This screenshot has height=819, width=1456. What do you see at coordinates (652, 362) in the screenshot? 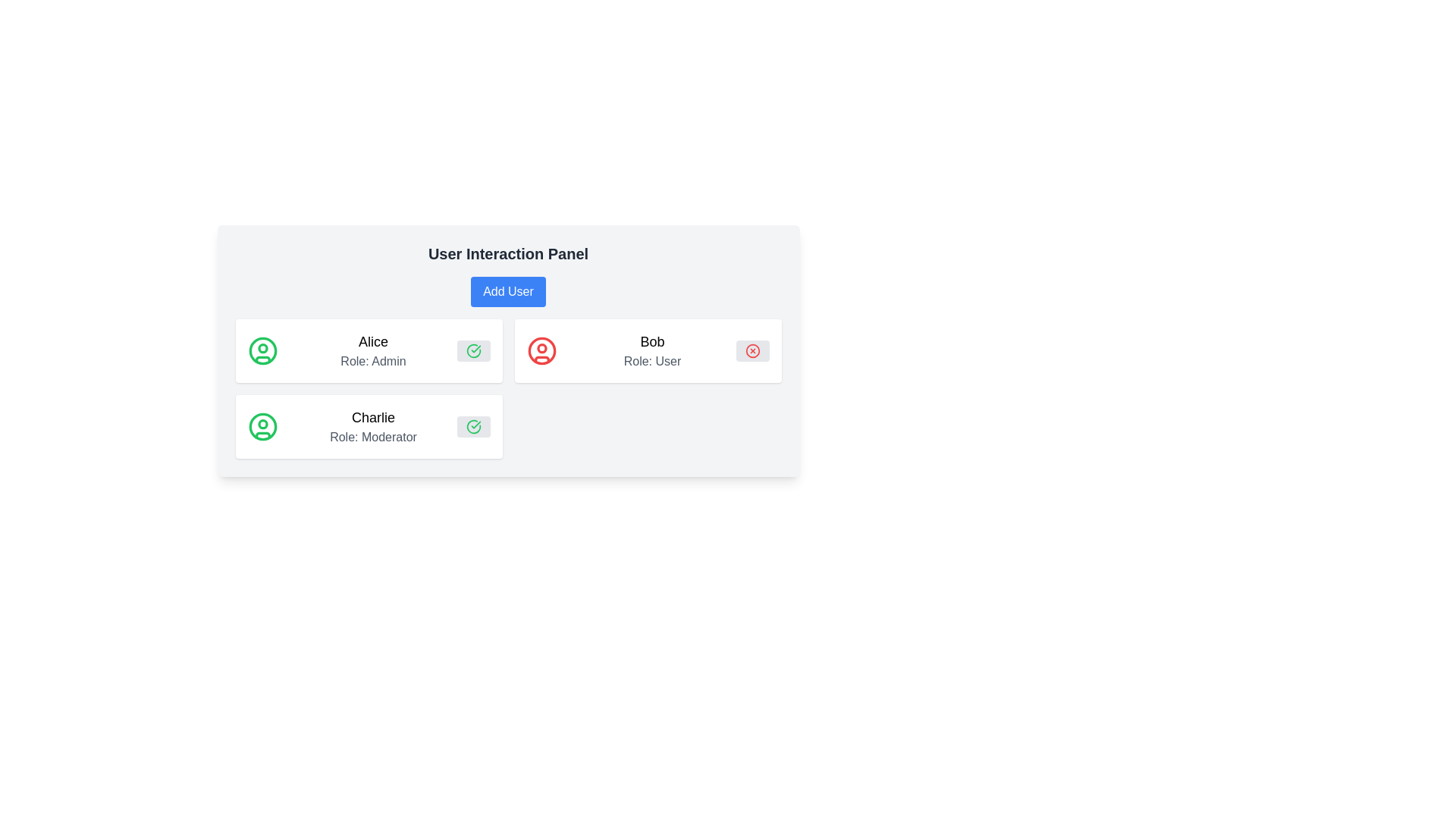
I see `the gray text label that reads 'Role: User', located below the name 'Bob' in the user information card` at bounding box center [652, 362].